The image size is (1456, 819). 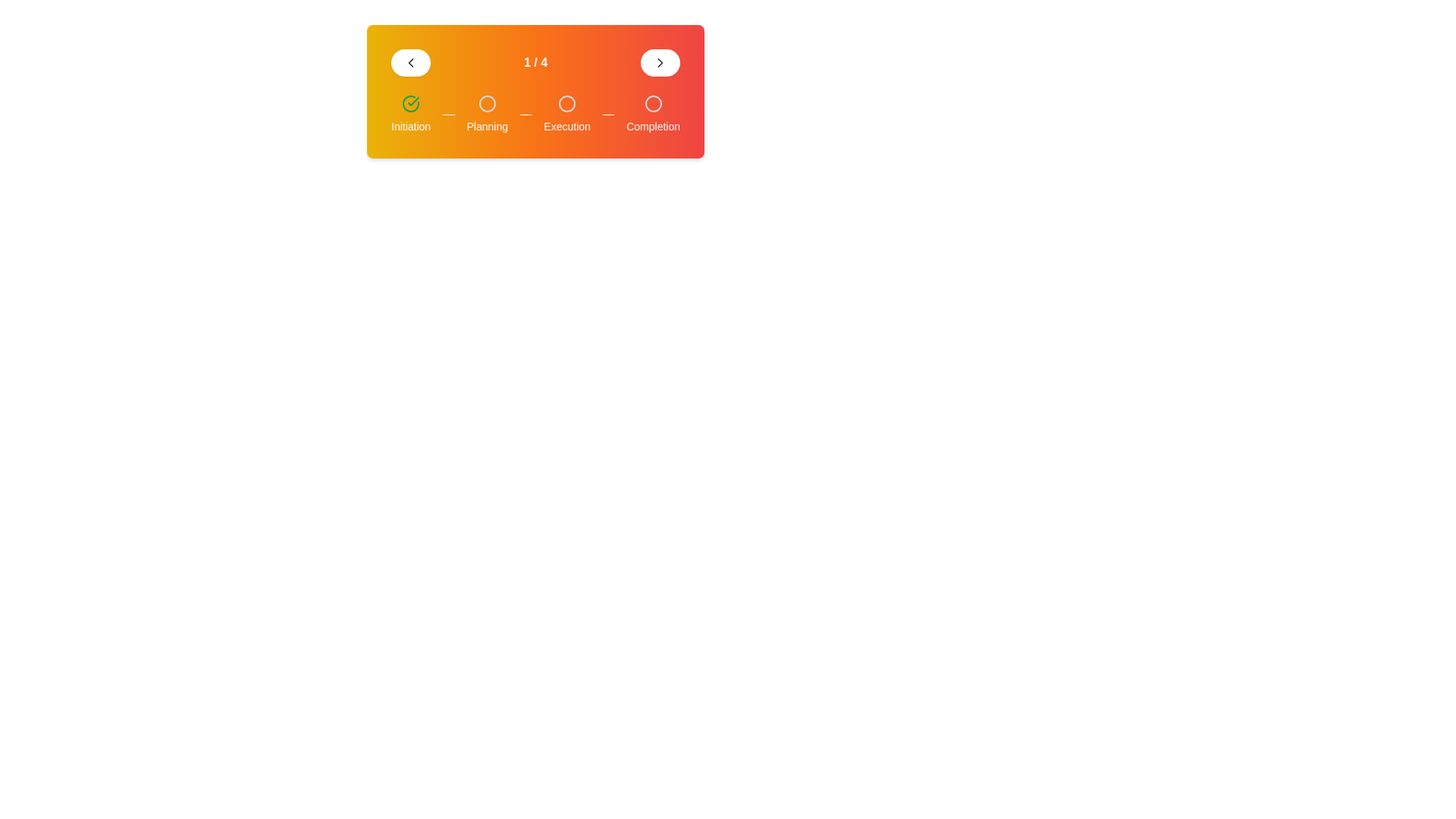 I want to click on text from the navigation item or progress step indicator labeled 'Execution', which is the third element in the sequence within the navigation bar, so click(x=566, y=113).